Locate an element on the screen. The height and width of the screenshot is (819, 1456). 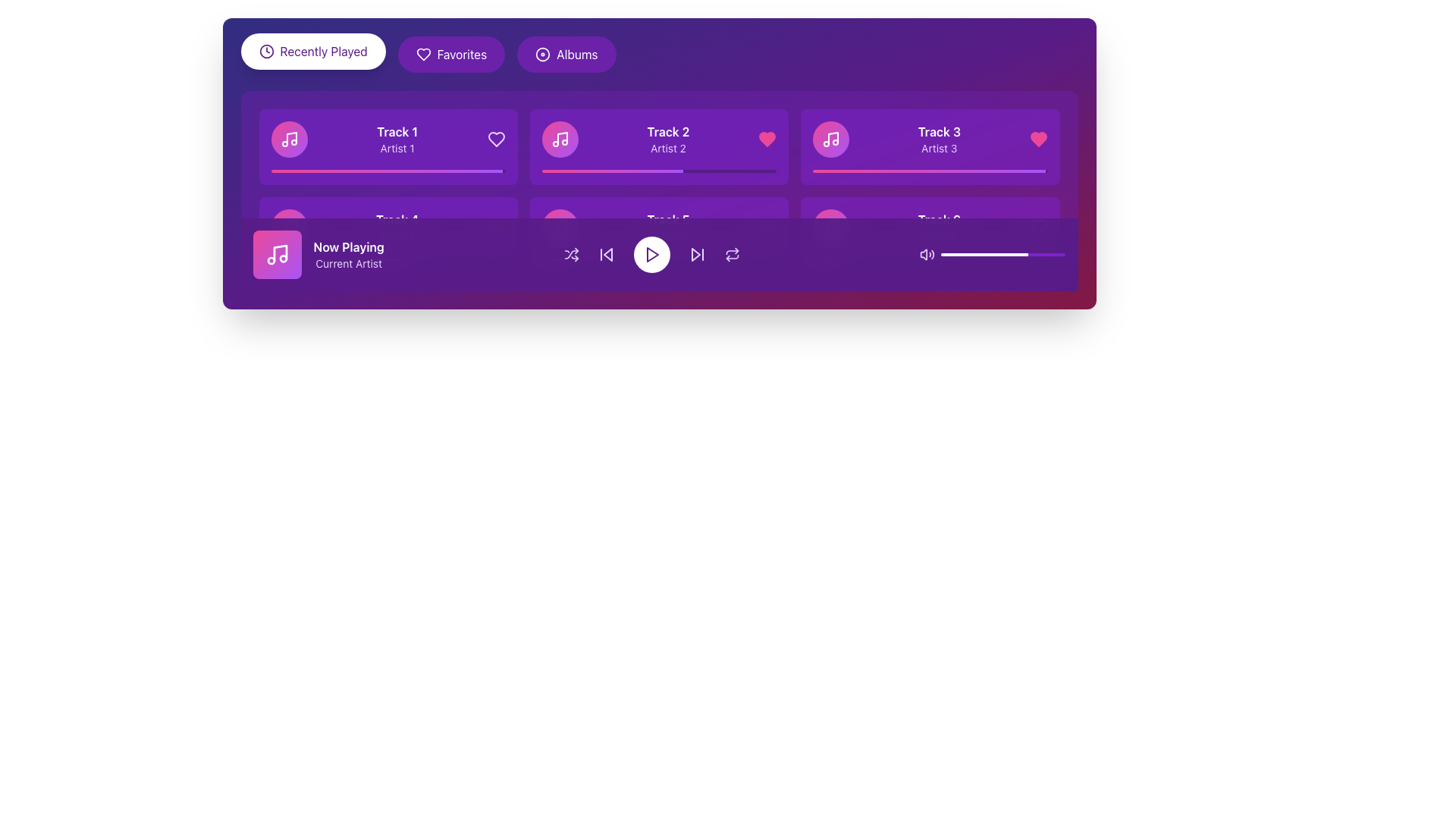
the heart icon button in the top-right corner of 'Track 2' by 'Artist 2' is located at coordinates (767, 140).